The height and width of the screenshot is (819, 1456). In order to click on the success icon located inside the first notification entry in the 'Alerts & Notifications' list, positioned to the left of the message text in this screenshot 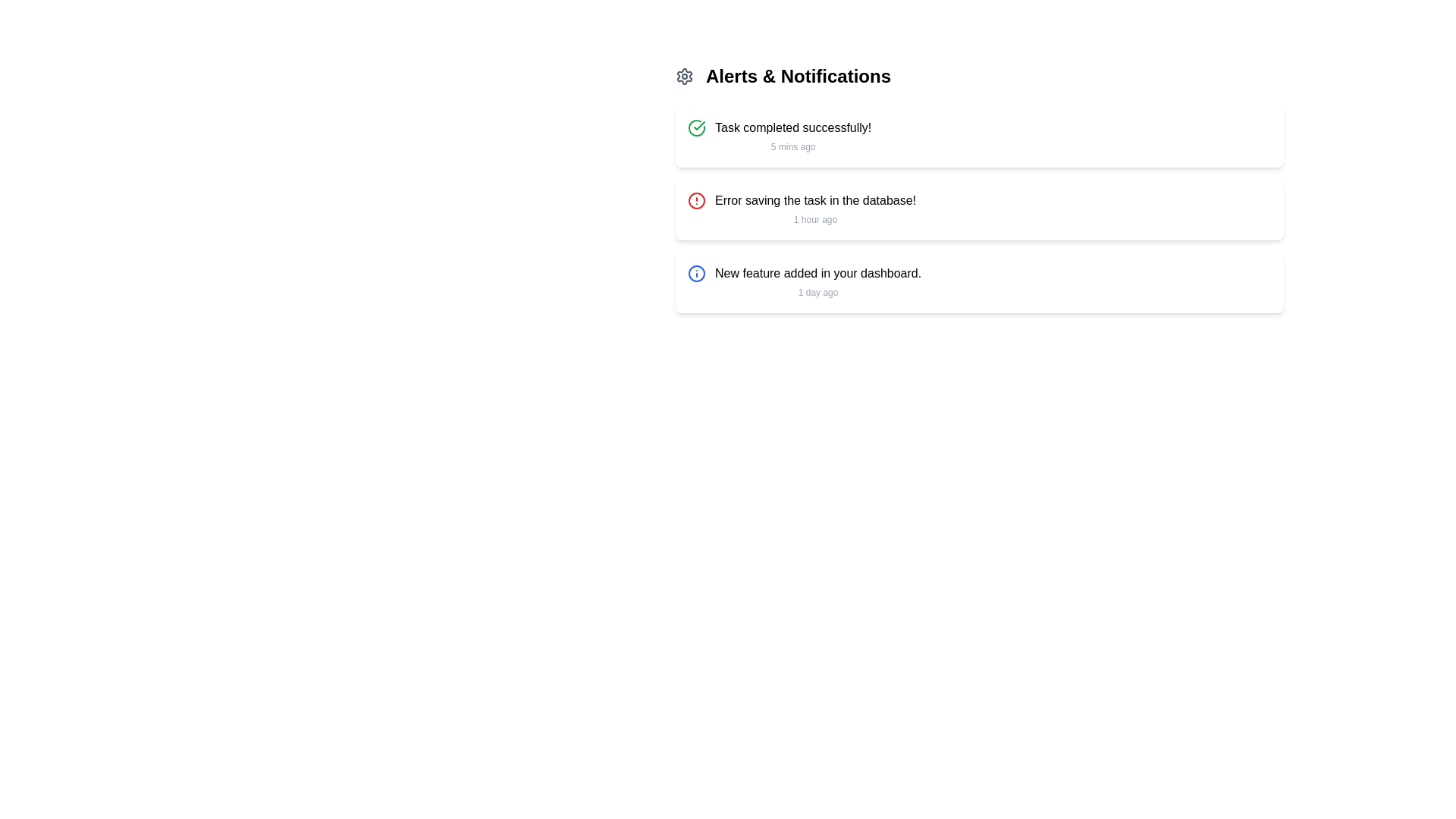, I will do `click(695, 127)`.